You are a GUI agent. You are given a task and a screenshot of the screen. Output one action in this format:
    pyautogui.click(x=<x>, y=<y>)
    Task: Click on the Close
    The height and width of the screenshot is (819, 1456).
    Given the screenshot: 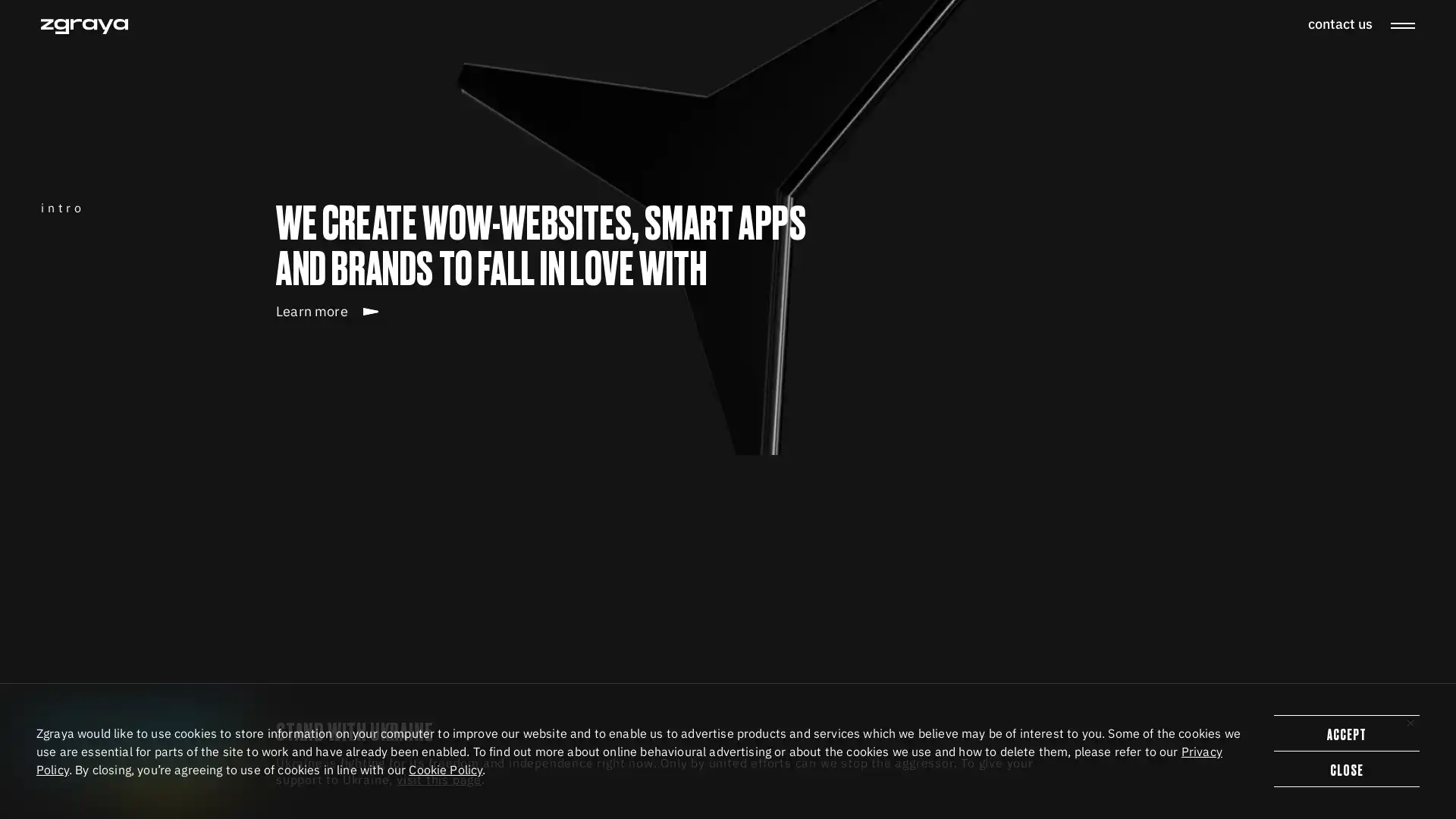 What is the action you would take?
    pyautogui.click(x=1410, y=721)
    